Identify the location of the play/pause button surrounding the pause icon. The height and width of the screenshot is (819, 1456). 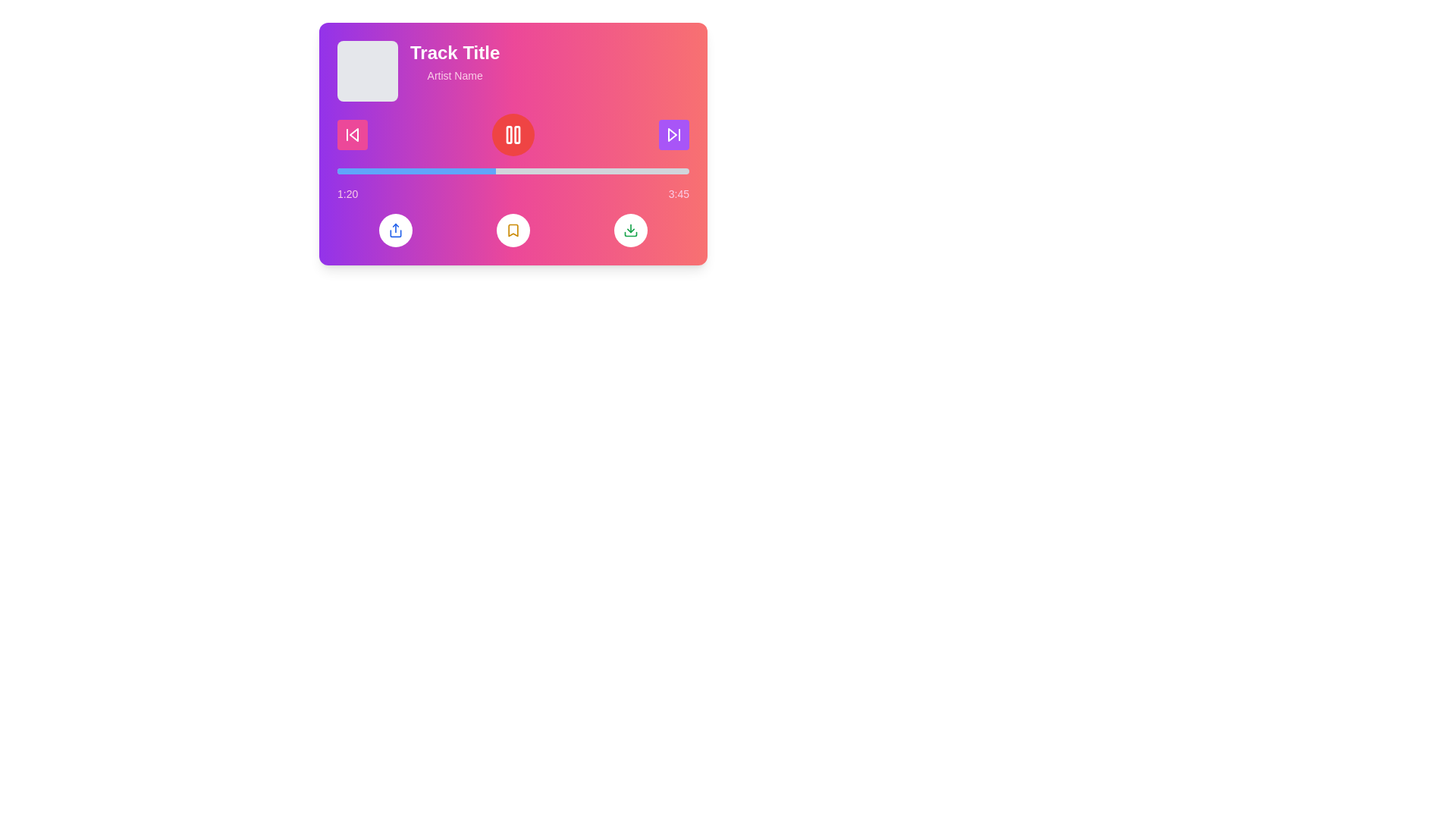
(517, 133).